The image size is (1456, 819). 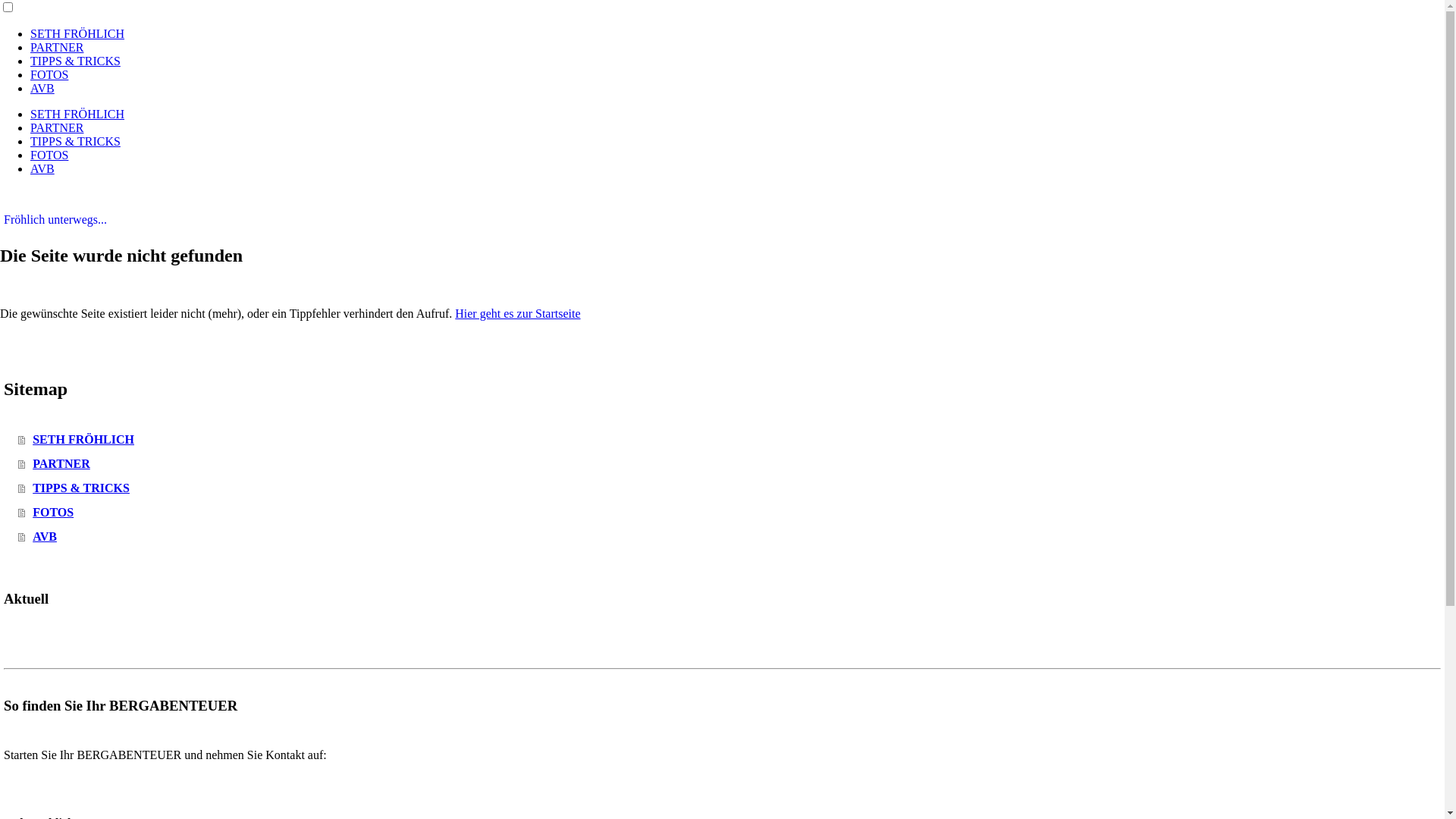 I want to click on 'Hier geht es zur Startseite', so click(x=517, y=312).